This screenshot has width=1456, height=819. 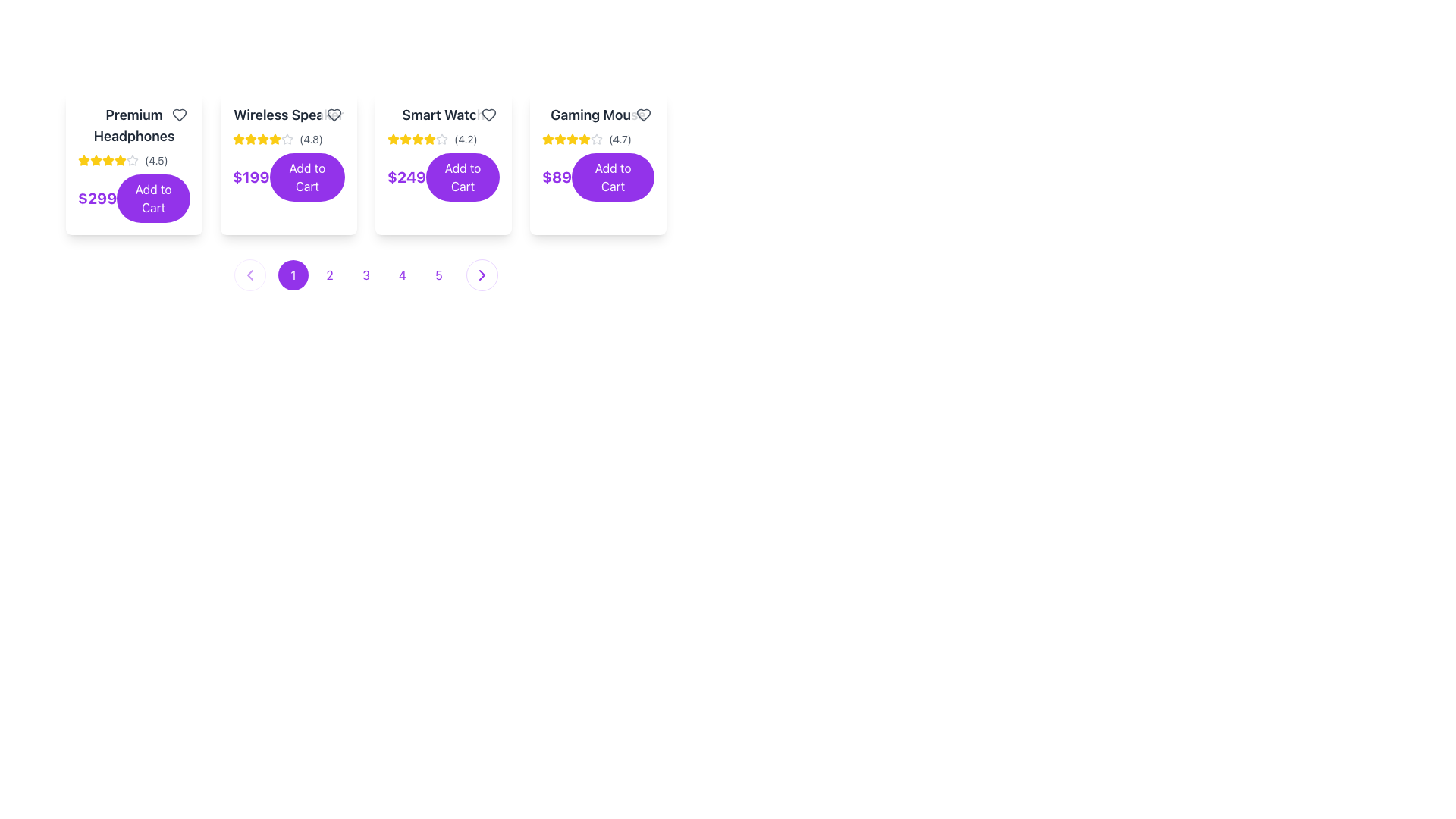 I want to click on the text label displaying 'Smart Watch' in bold black font located at the top of the third product card from the left, so click(x=443, y=114).